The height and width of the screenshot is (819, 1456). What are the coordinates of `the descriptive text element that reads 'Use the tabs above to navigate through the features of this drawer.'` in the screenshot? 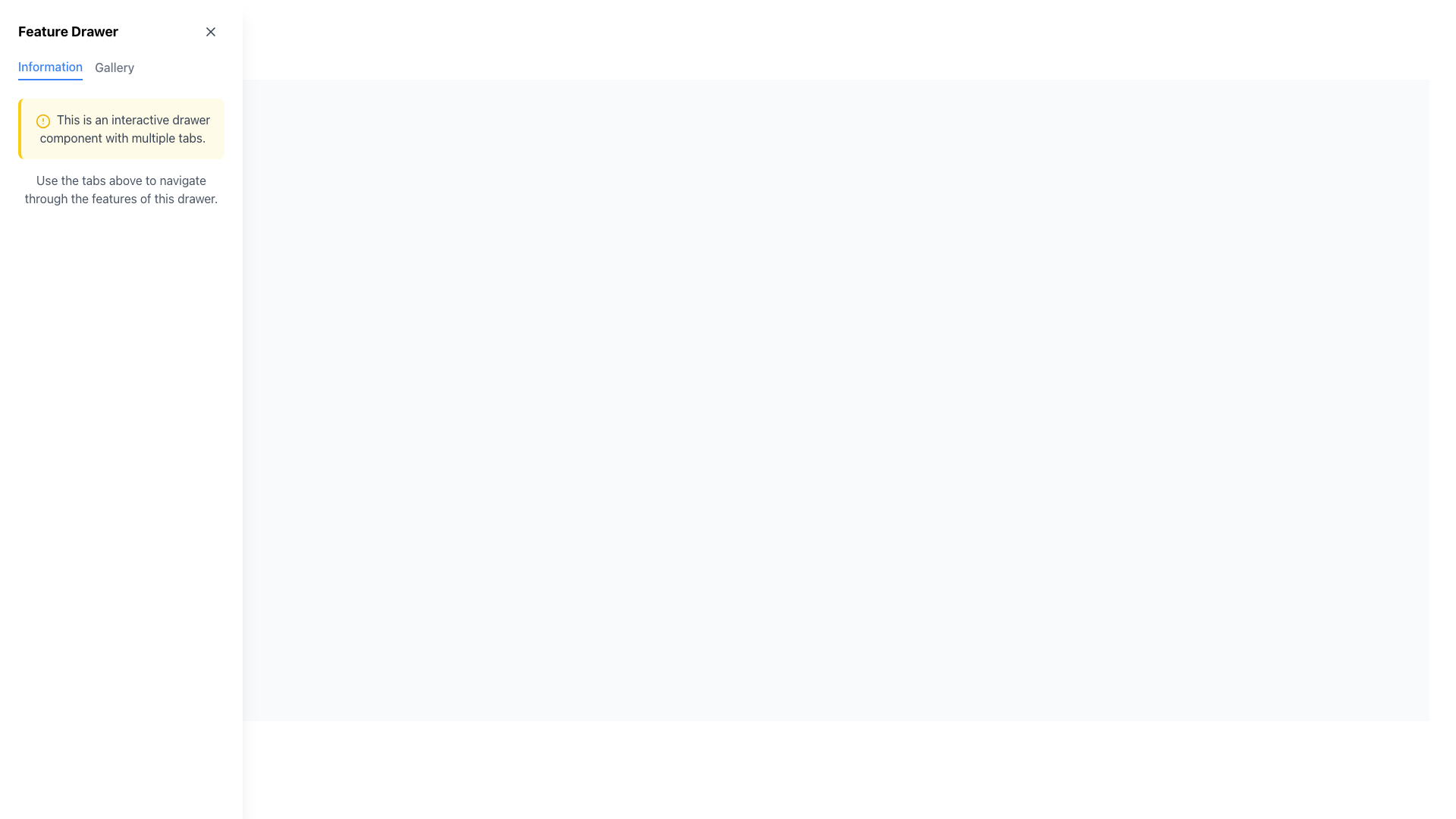 It's located at (120, 189).